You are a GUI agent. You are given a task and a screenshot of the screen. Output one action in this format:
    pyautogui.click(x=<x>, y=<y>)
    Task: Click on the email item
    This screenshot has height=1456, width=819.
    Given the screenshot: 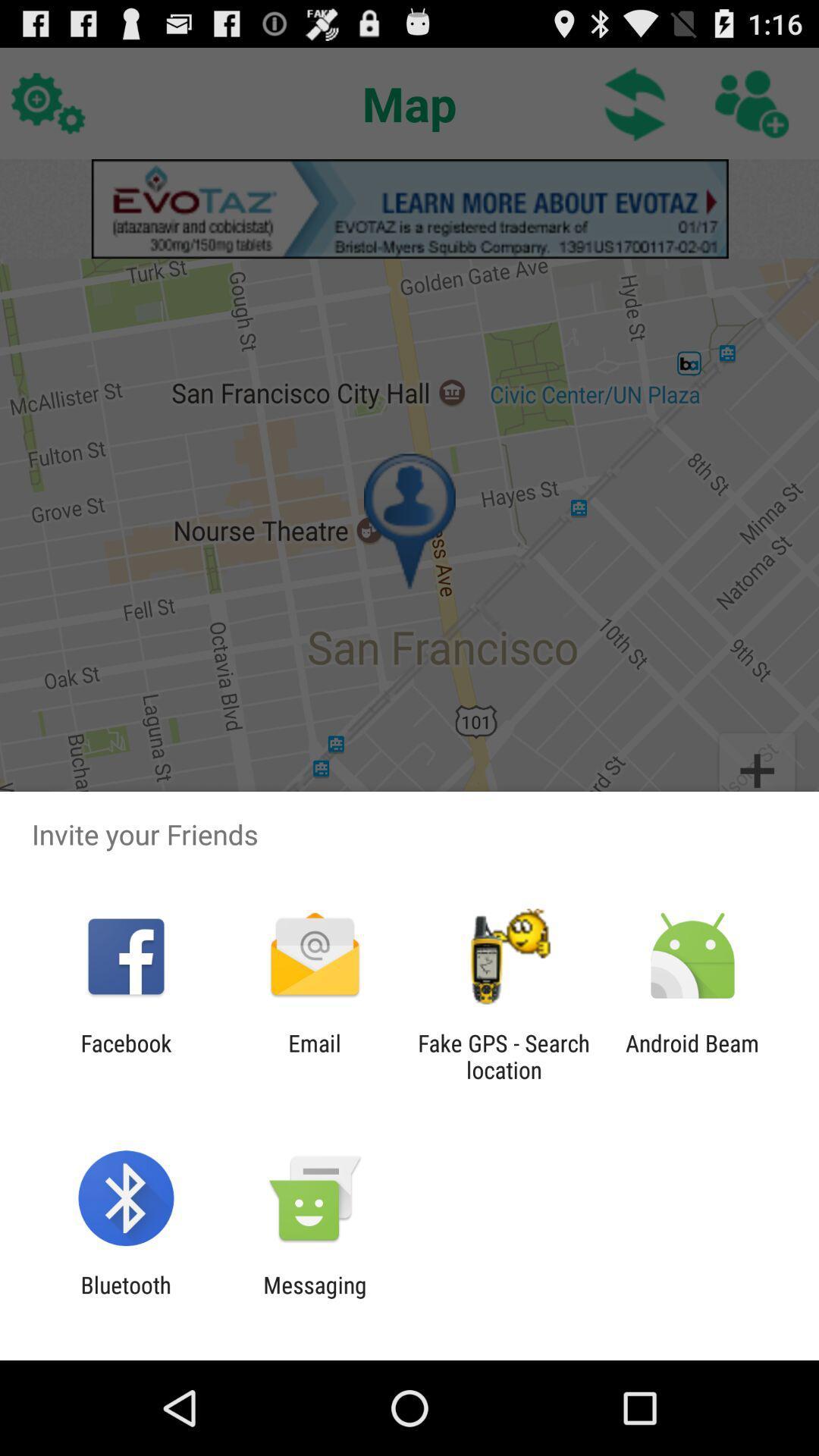 What is the action you would take?
    pyautogui.click(x=314, y=1056)
    